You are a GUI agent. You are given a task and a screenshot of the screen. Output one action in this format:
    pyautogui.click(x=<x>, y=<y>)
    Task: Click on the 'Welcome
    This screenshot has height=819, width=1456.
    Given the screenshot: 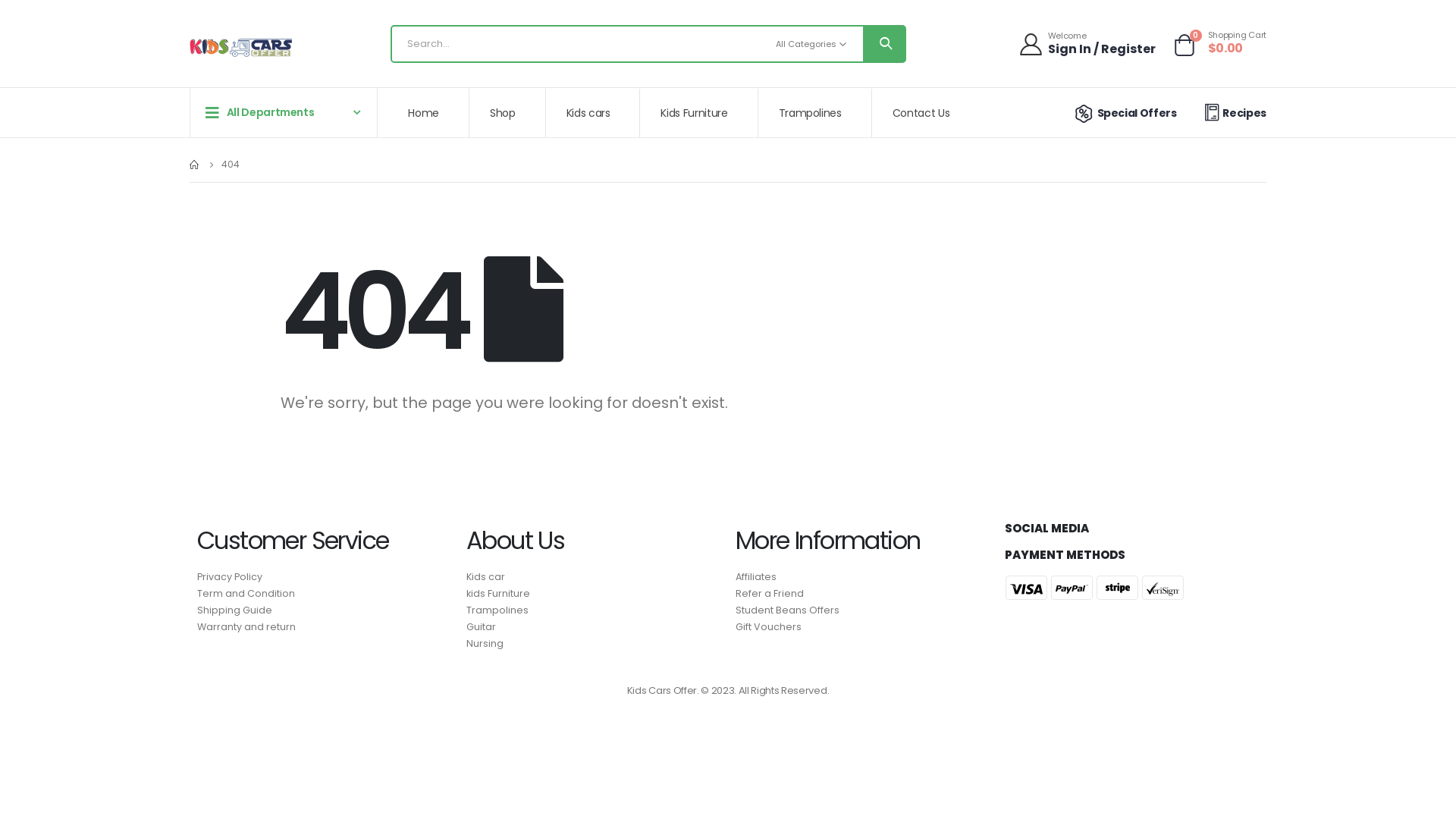 What is the action you would take?
    pyautogui.click(x=1087, y=42)
    